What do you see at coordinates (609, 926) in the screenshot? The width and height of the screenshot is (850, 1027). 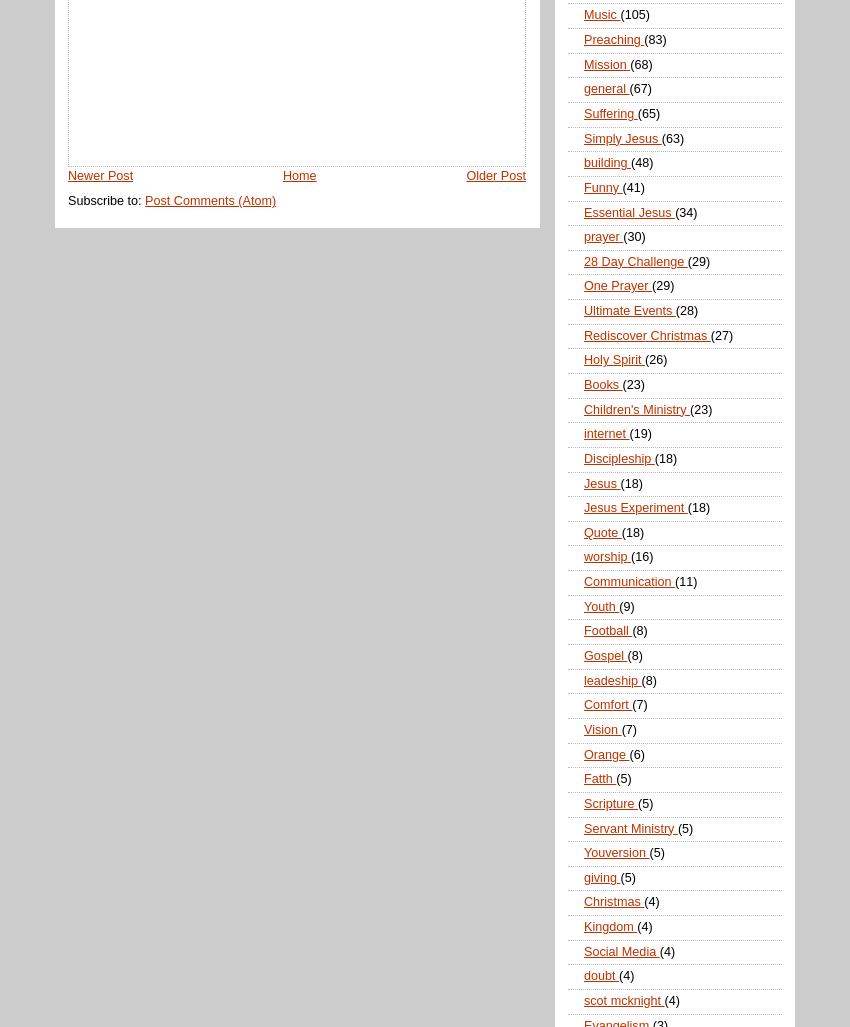 I see `'Kingdom'` at bounding box center [609, 926].